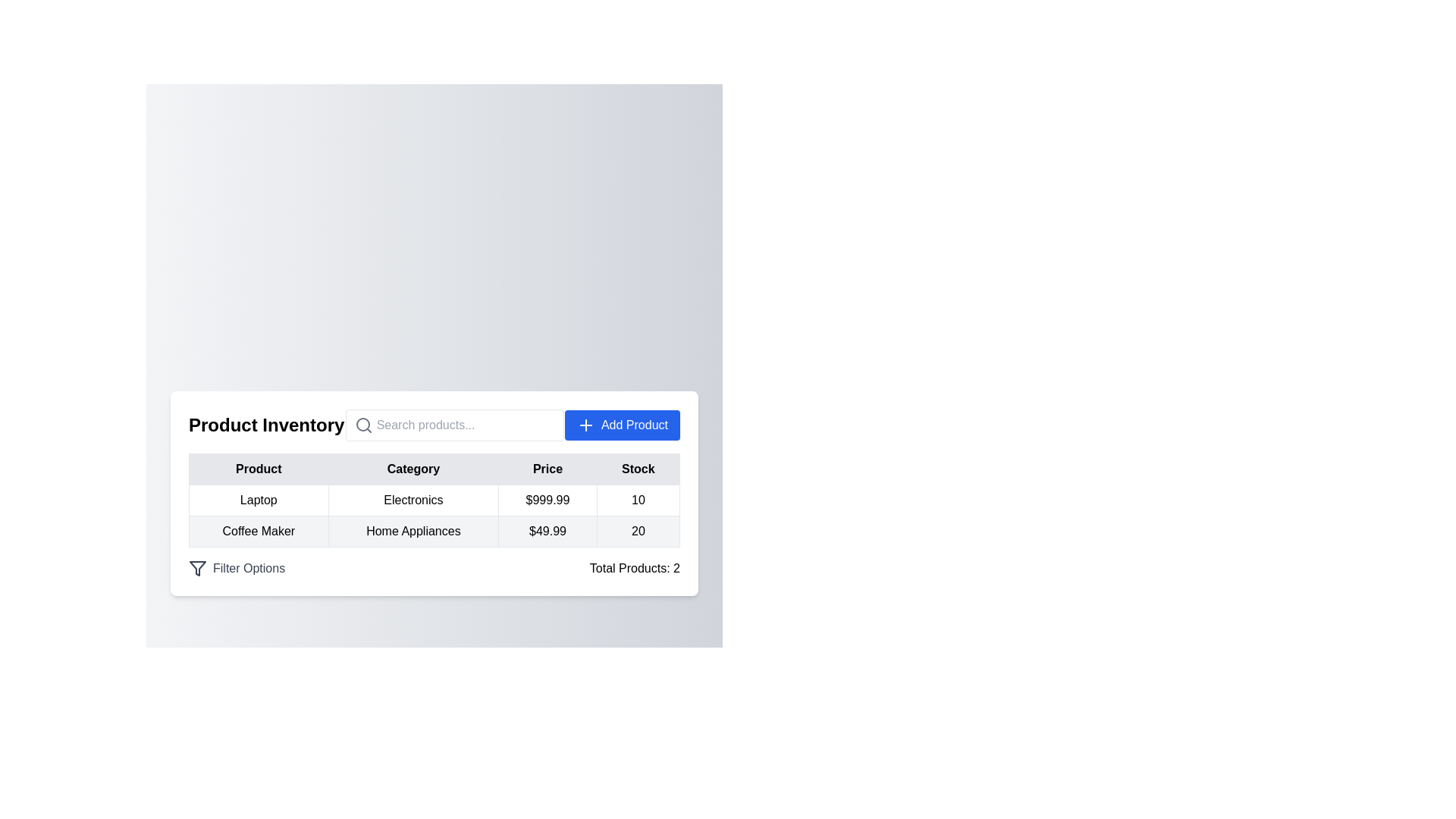 The width and height of the screenshot is (1456, 819). I want to click on the blue button labeled 'Add Product', so click(622, 425).